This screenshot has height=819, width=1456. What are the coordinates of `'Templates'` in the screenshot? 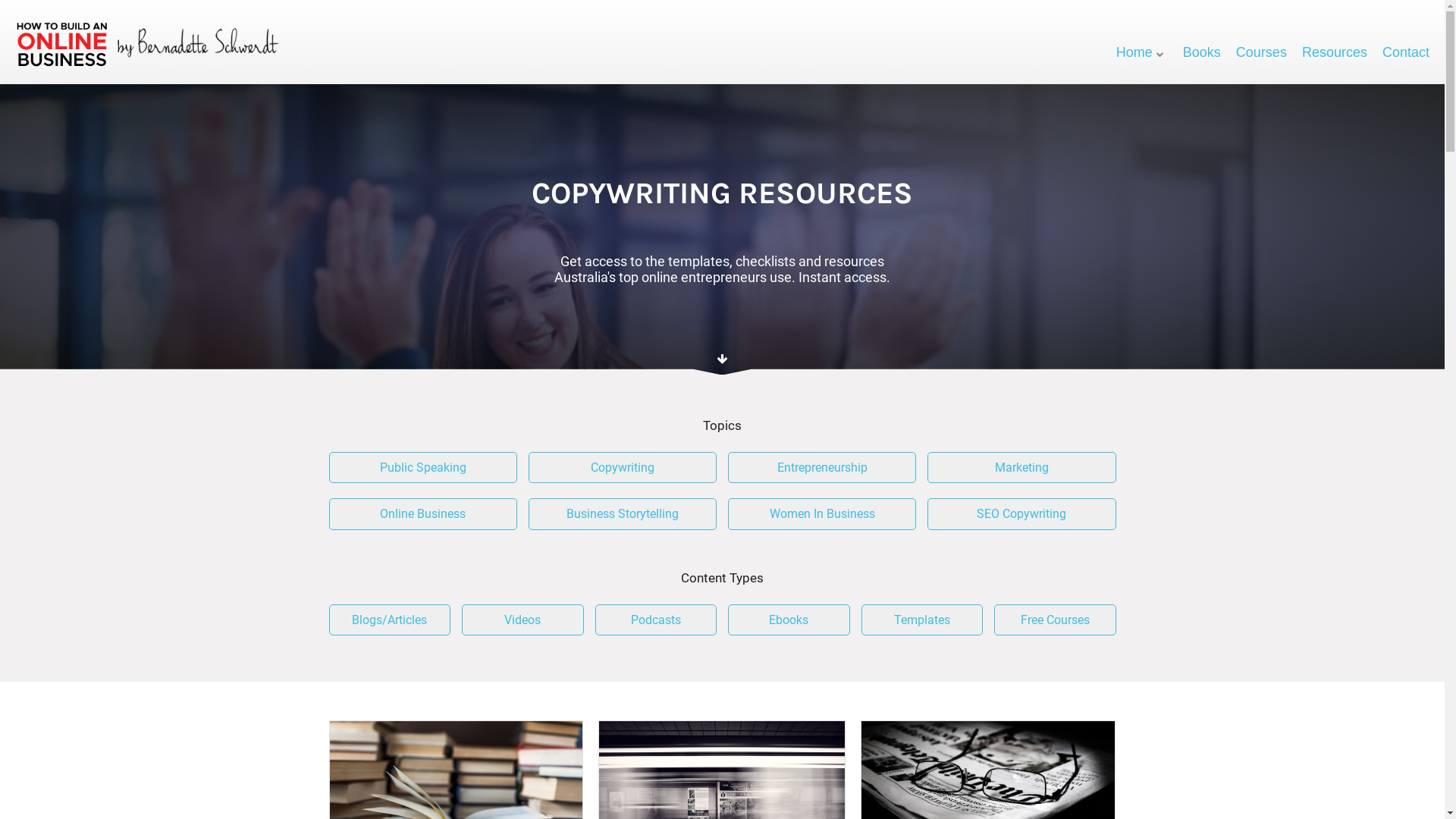 It's located at (921, 620).